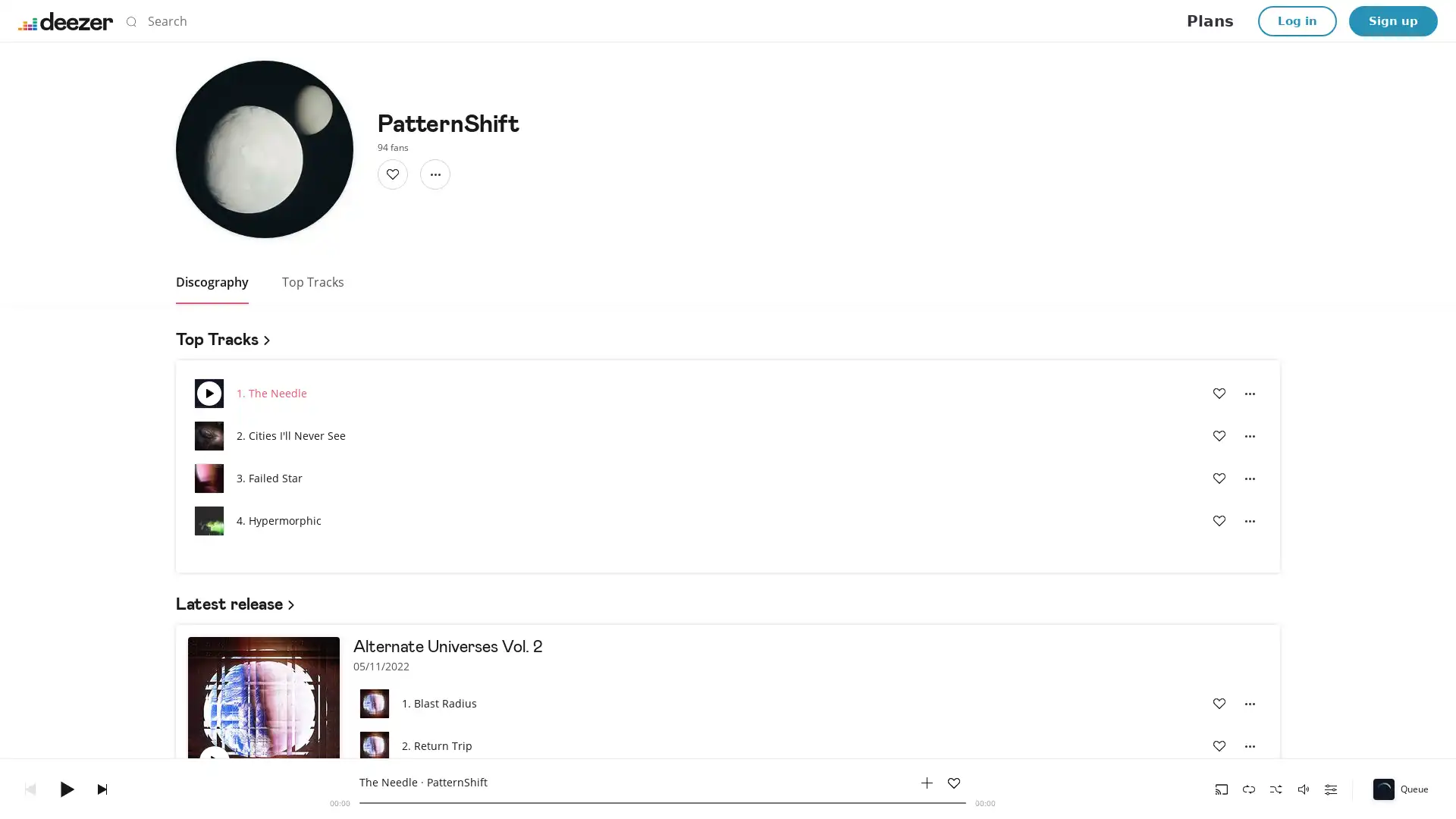  I want to click on Play Blast Radius by PatternShift, so click(375, 704).